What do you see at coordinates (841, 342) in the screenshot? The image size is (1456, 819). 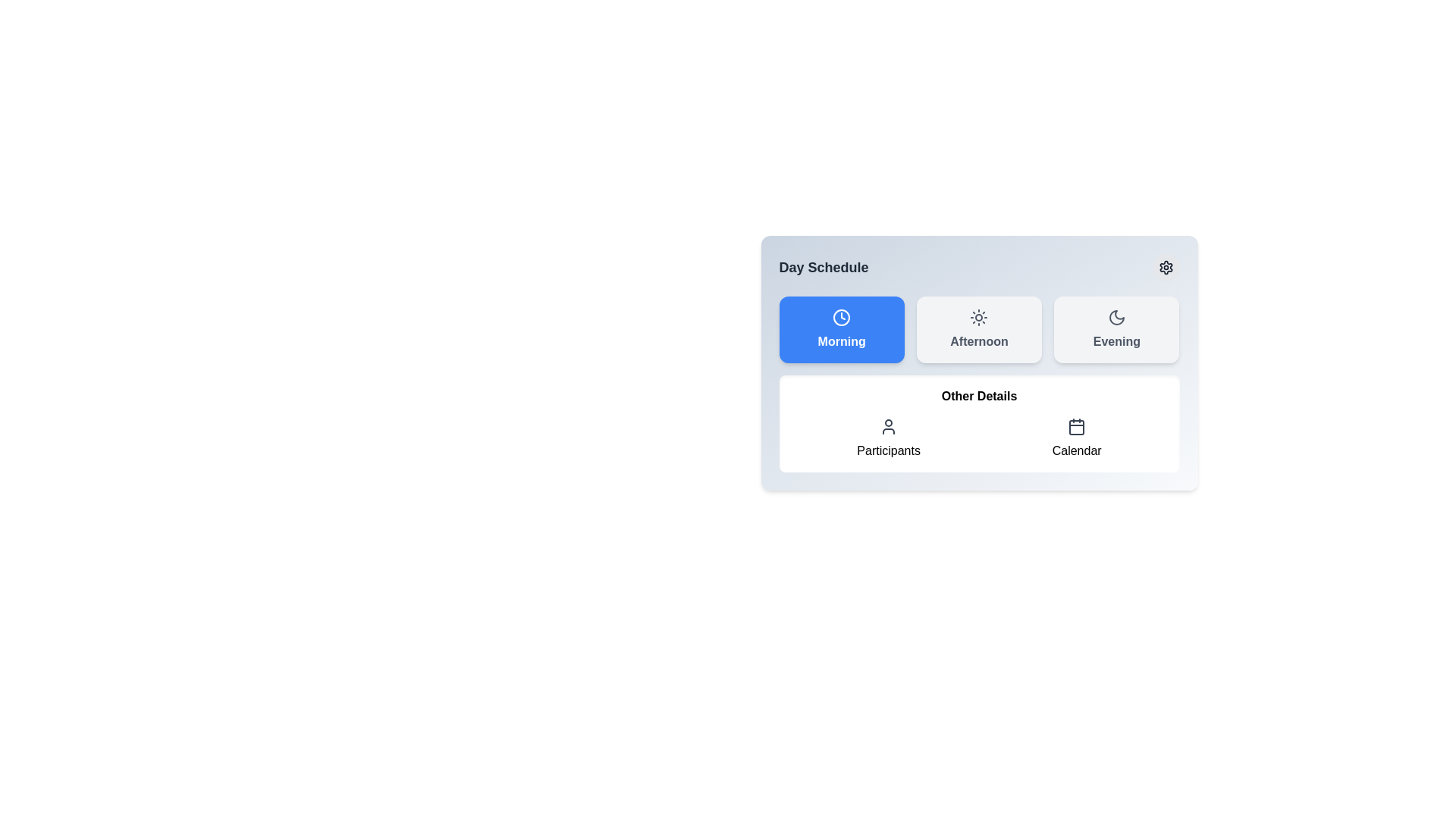 I see `or read the text displayed in the 'Morning' text label, which is bold, medium-sized, and white against a vibrant blue background, located in the top-left corner of the 'Day Schedule' panel` at bounding box center [841, 342].